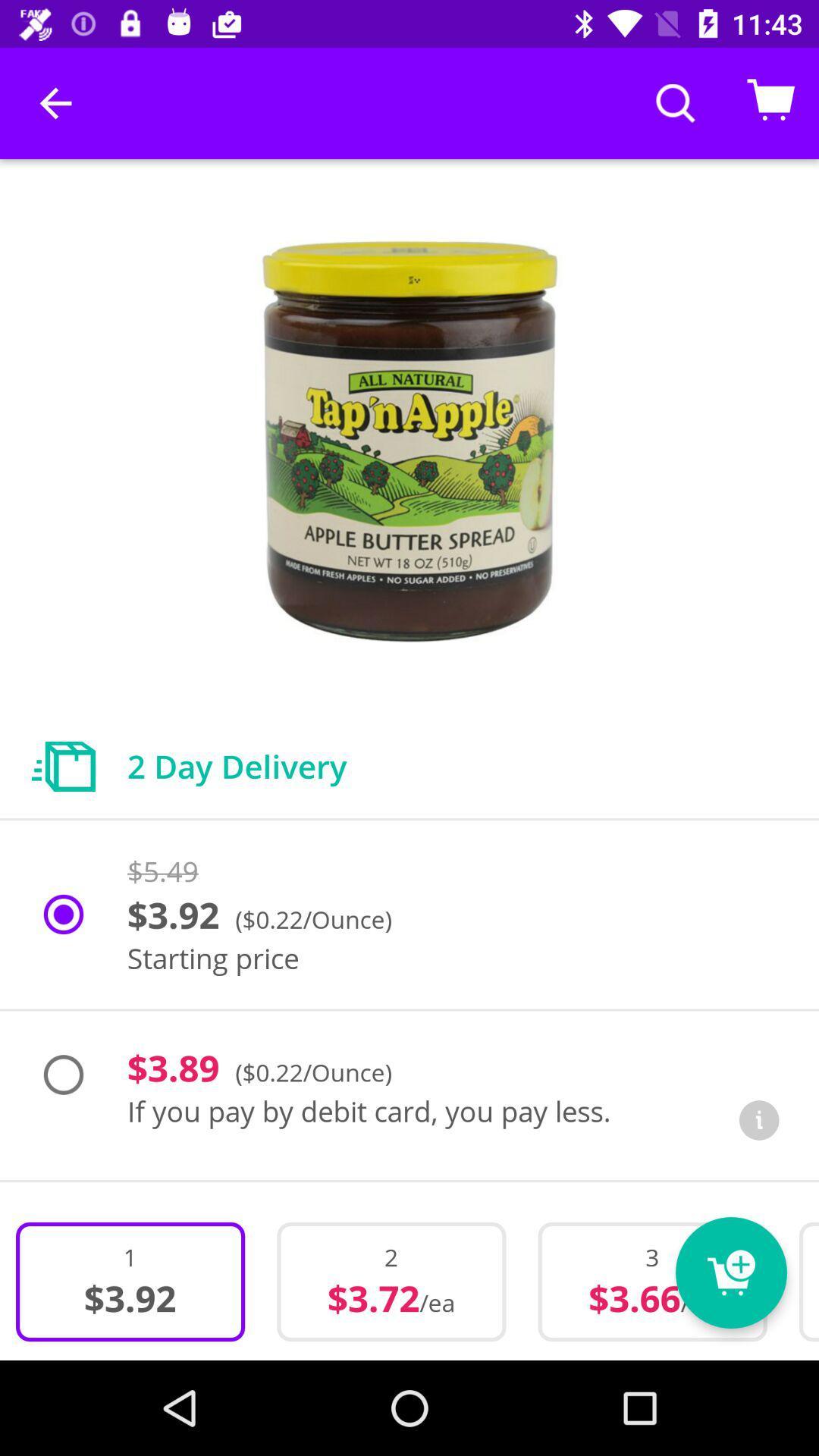 This screenshot has height=1456, width=819. What do you see at coordinates (675, 102) in the screenshot?
I see `the search option` at bounding box center [675, 102].